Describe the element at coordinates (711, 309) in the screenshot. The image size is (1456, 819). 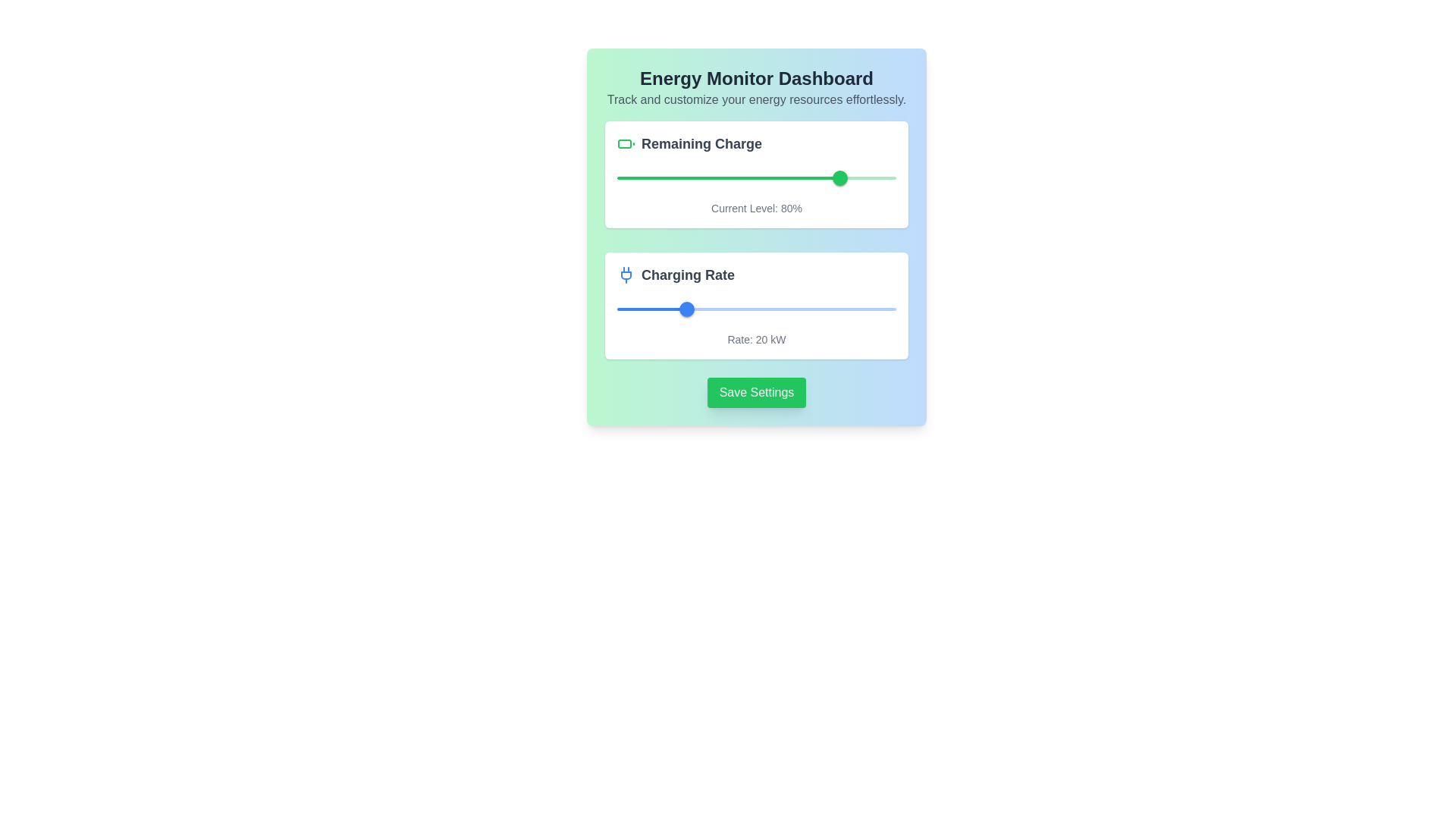
I see `the slider` at that location.